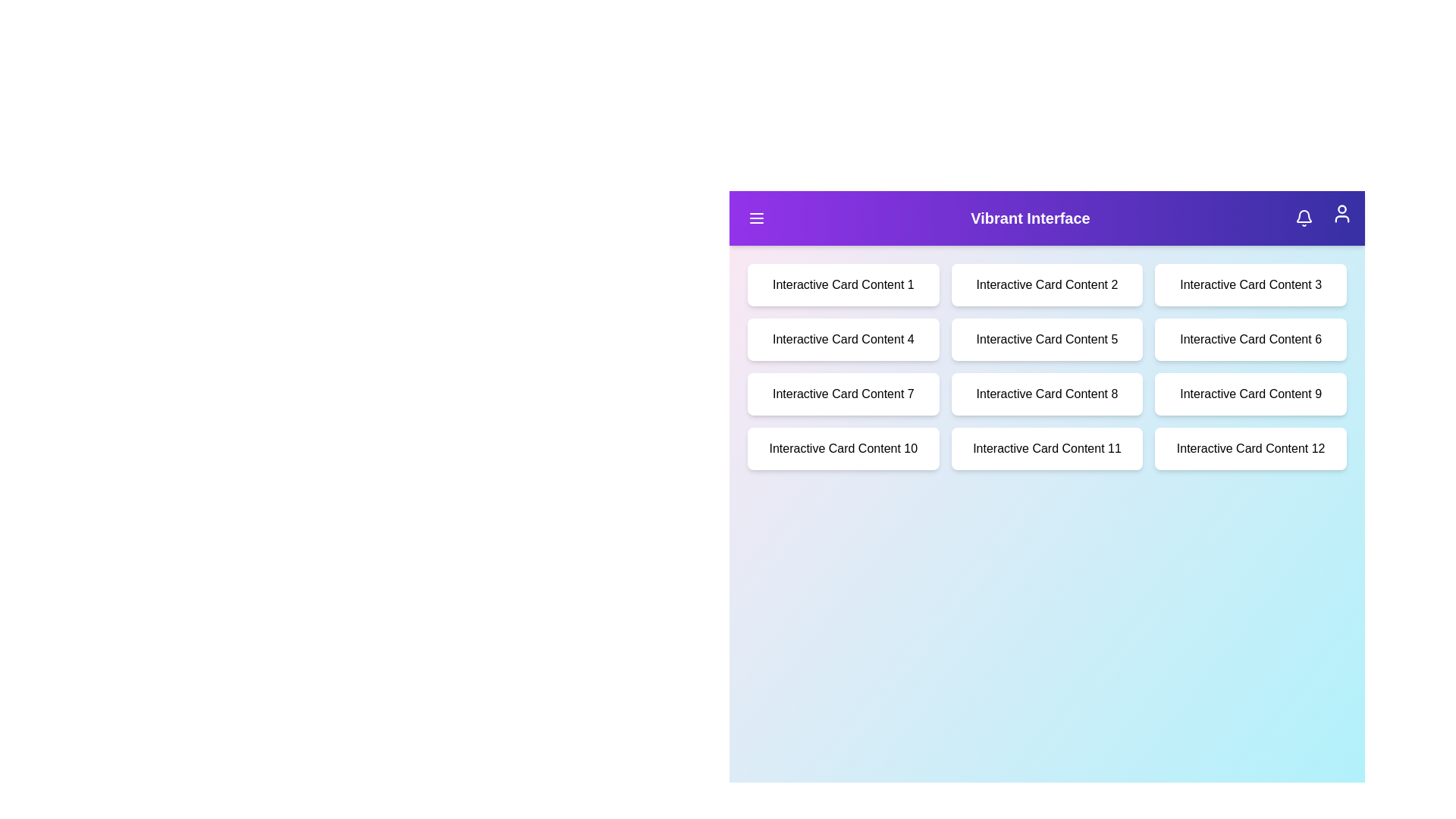 Image resolution: width=1456 pixels, height=819 pixels. Describe the element at coordinates (757, 218) in the screenshot. I see `the menu button in the top-left corner` at that location.